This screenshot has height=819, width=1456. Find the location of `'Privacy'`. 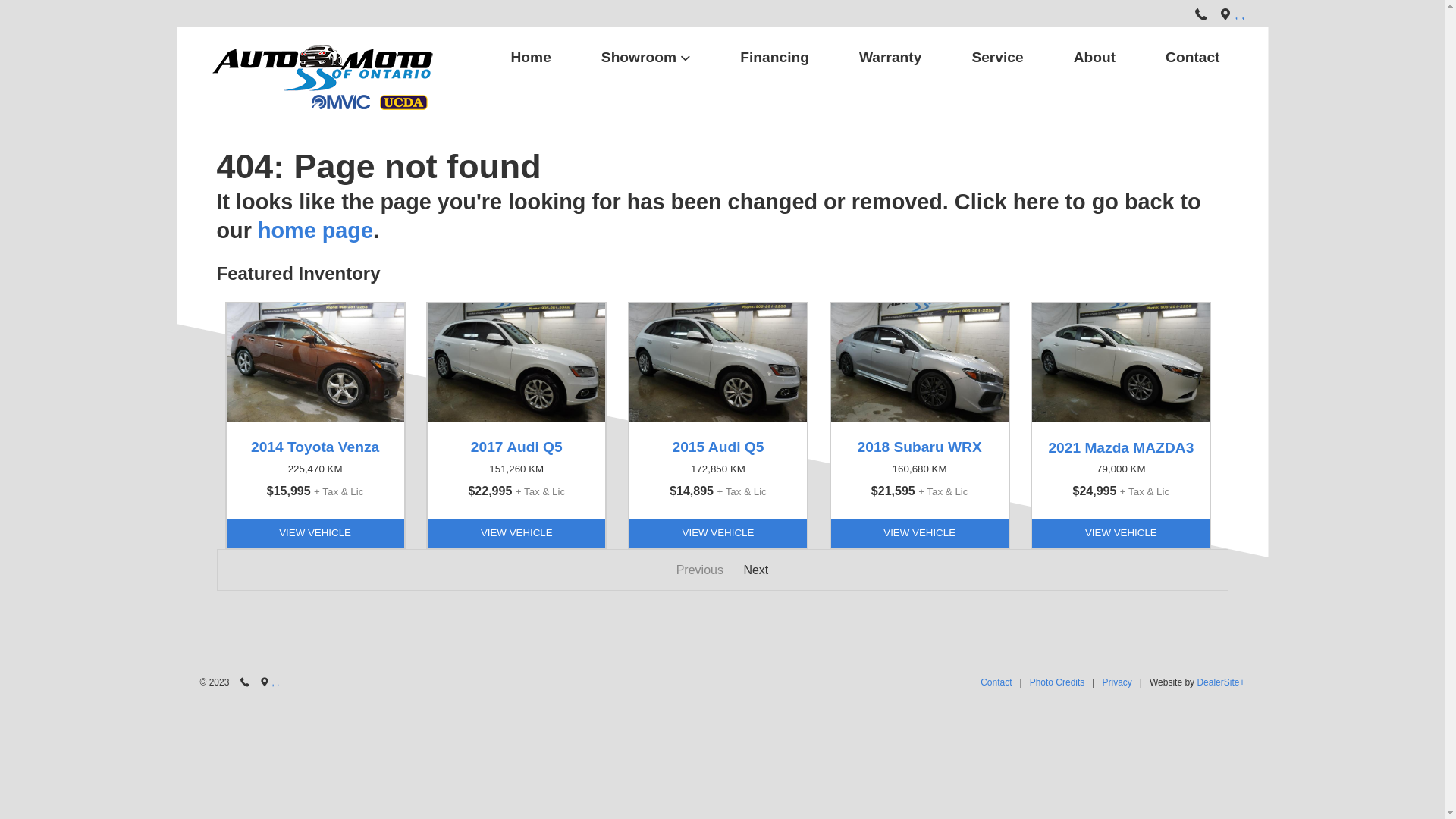

'Privacy' is located at coordinates (1116, 682).